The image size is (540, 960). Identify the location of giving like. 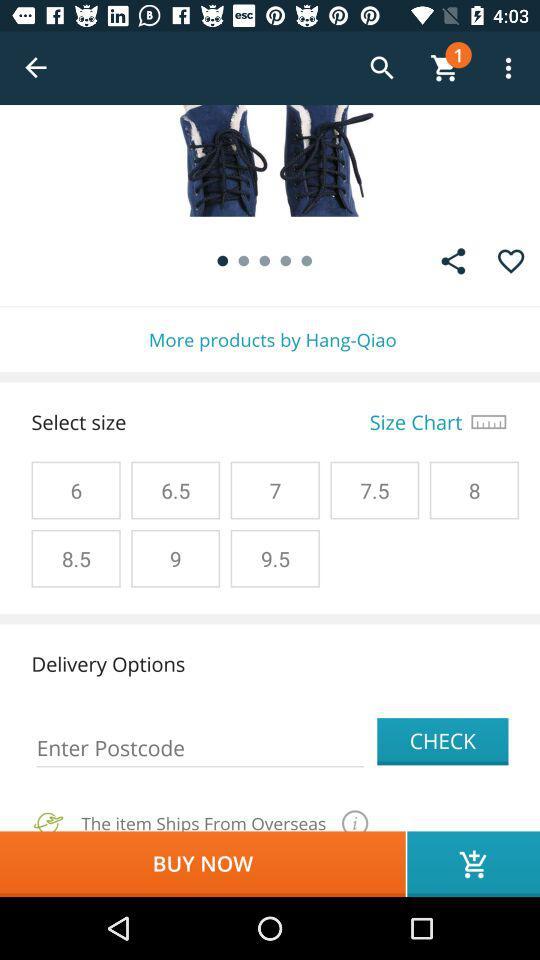
(511, 260).